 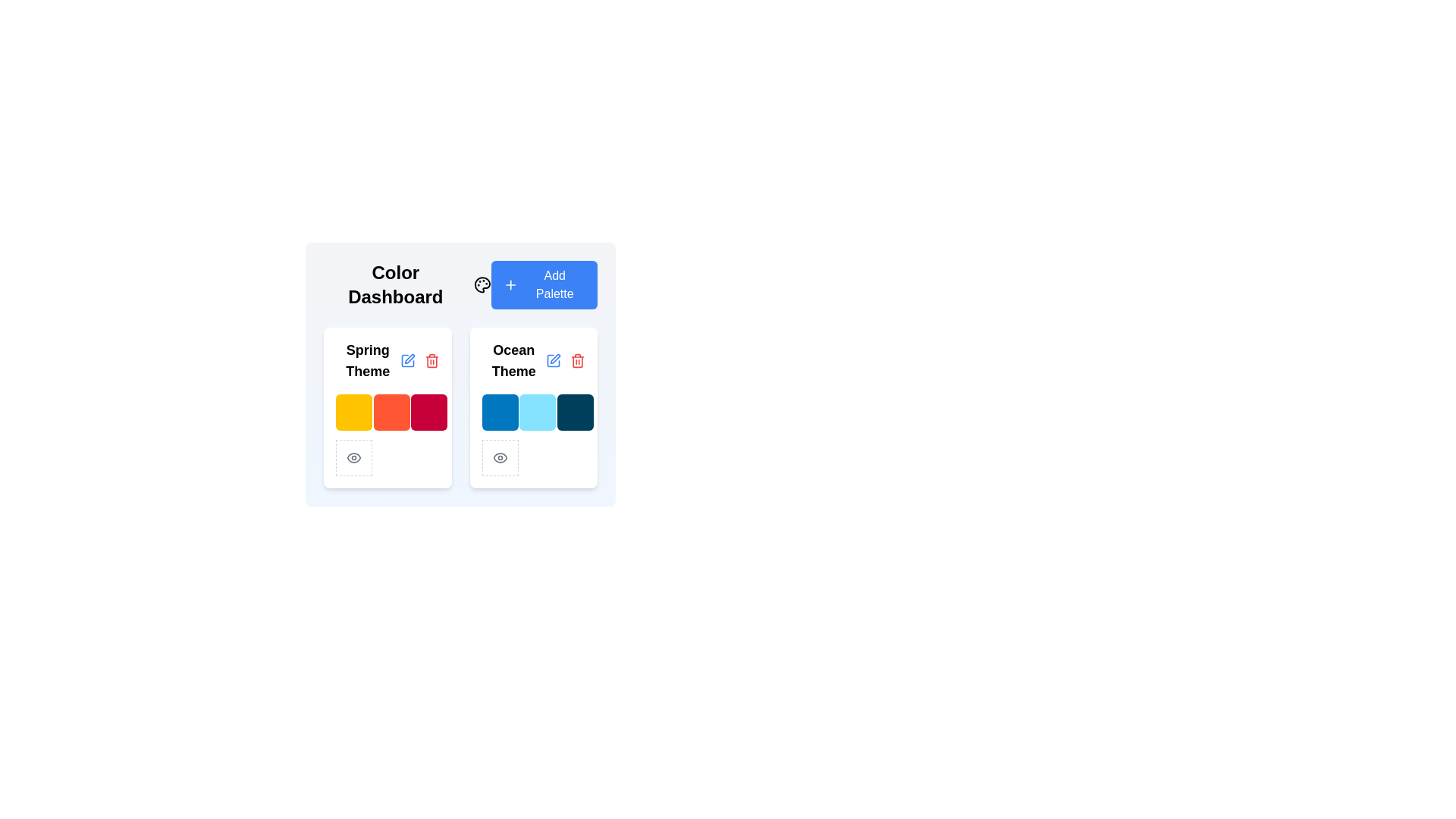 What do you see at coordinates (407, 360) in the screenshot?
I see `the blue pen icon edit button located near the 'Spring Theme' label` at bounding box center [407, 360].